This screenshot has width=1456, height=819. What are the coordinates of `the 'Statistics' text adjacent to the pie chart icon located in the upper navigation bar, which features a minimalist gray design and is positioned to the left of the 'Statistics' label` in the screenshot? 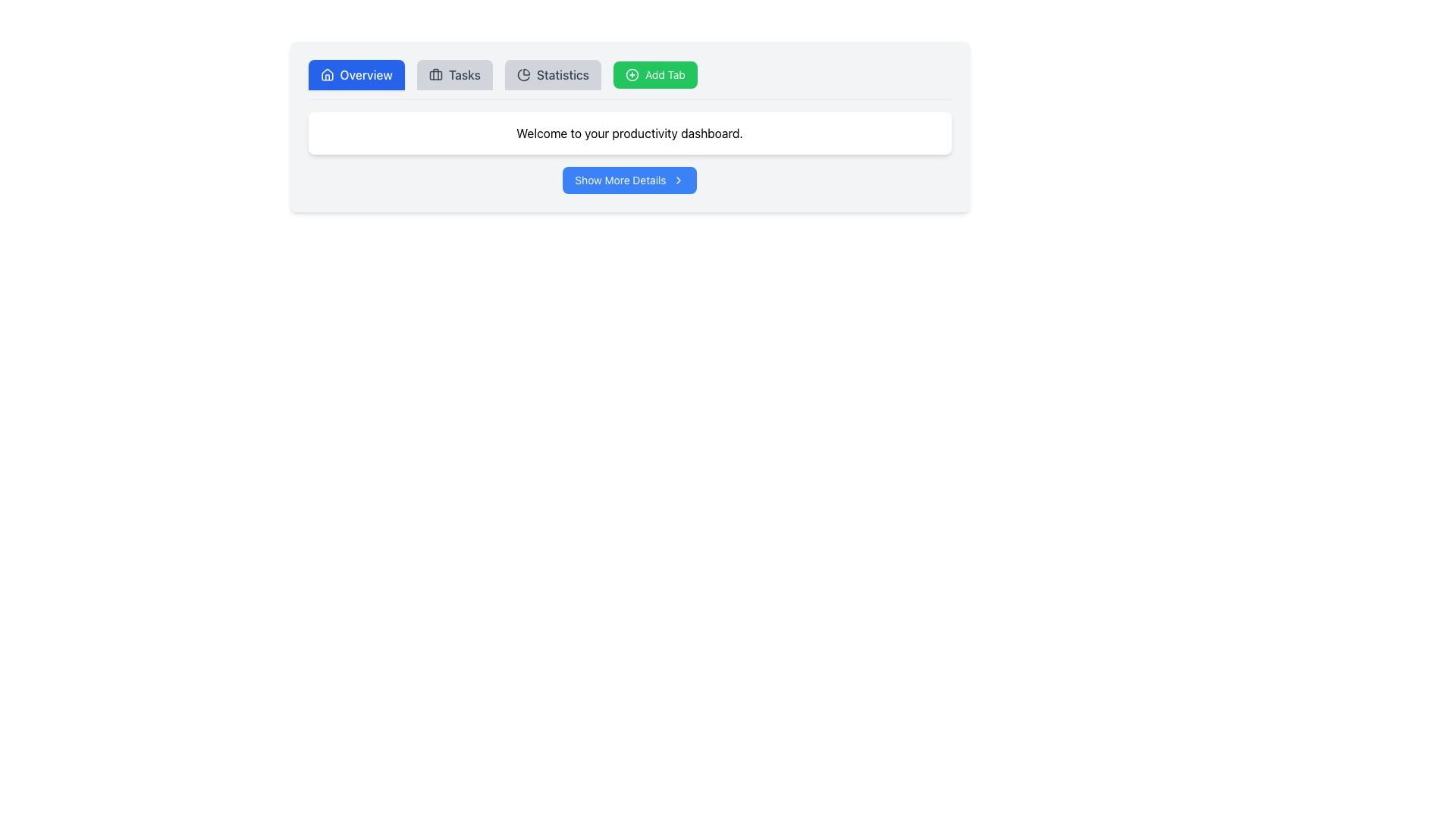 It's located at (523, 75).